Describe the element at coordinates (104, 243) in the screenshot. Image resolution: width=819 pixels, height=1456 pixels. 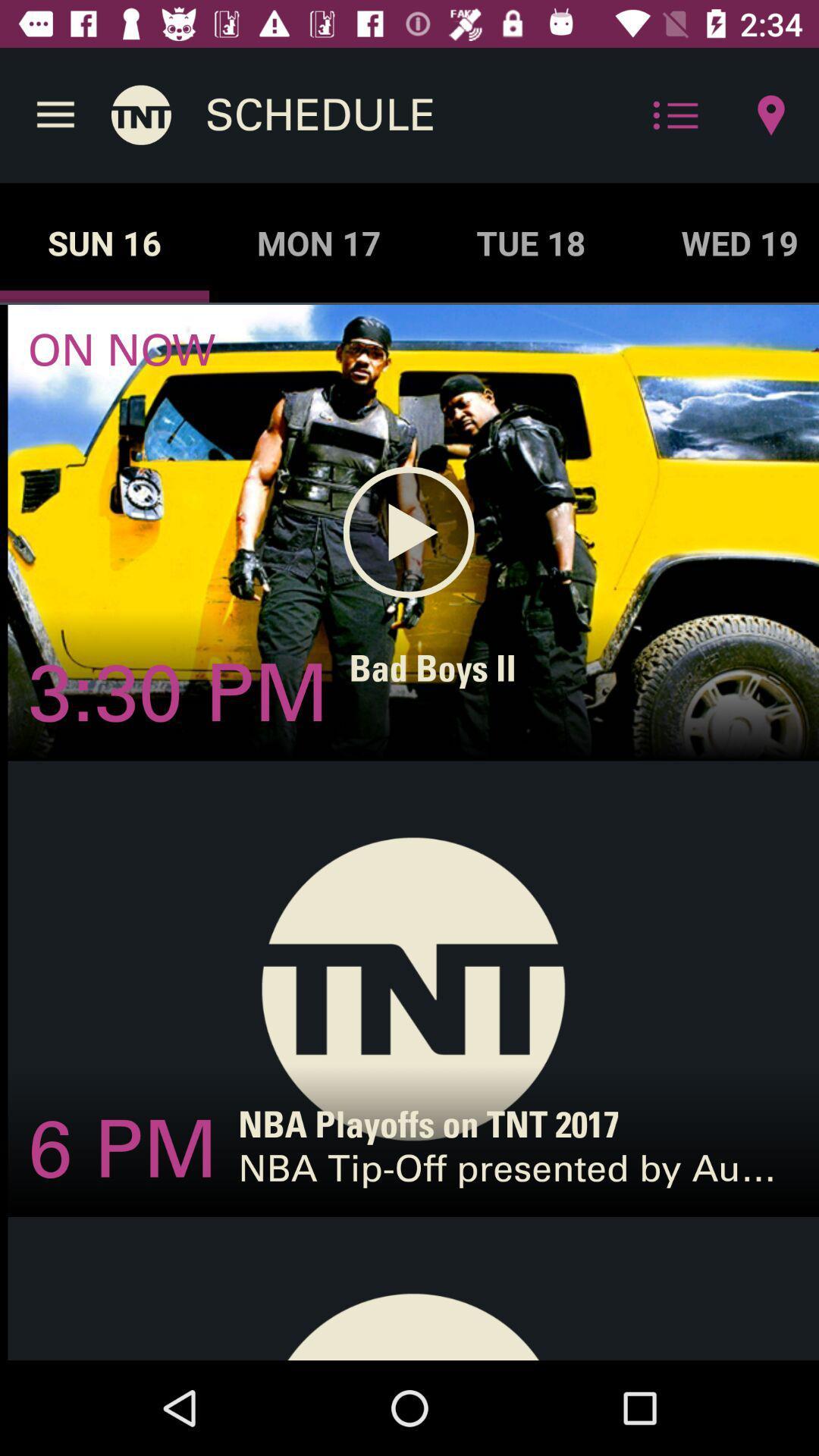
I see `the icon next to the mon 17 item` at that location.